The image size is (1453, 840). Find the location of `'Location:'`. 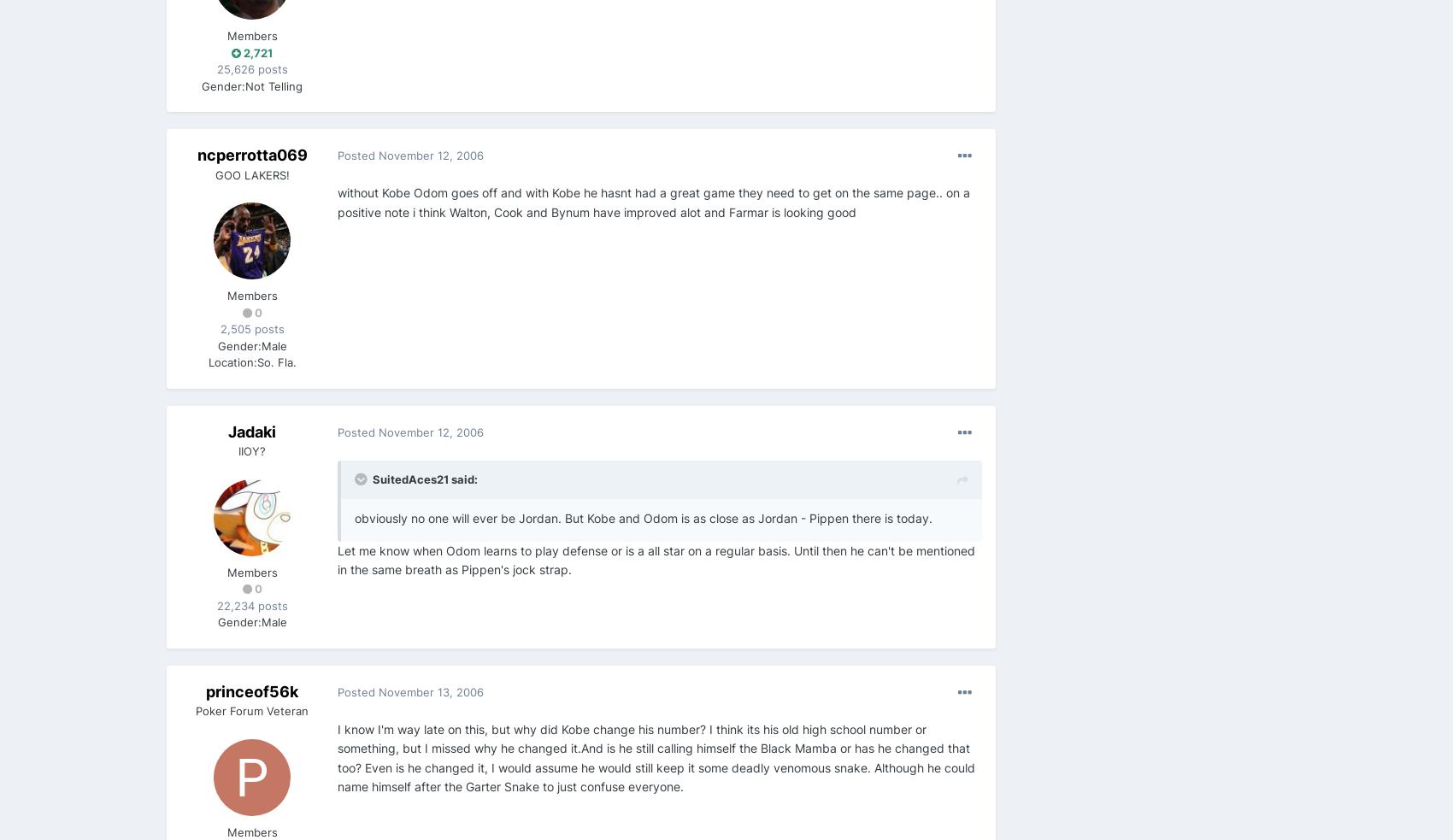

'Location:' is located at coordinates (232, 361).